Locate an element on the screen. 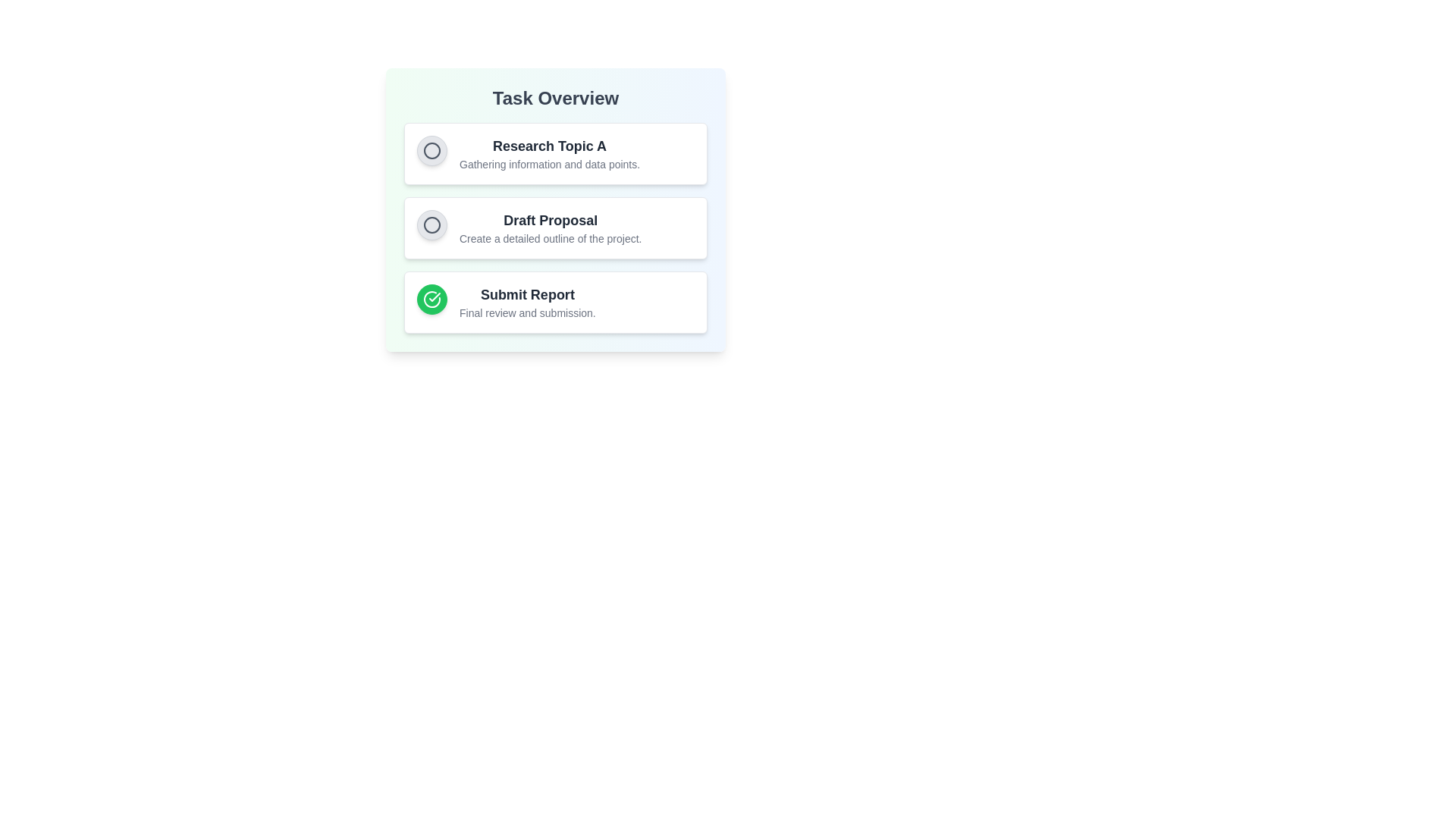 The height and width of the screenshot is (819, 1456). the second circular interactive icon in the 'Task Overview' component, which has a thin gray outline and is associated with the 'Draft Proposal' button is located at coordinates (431, 225).